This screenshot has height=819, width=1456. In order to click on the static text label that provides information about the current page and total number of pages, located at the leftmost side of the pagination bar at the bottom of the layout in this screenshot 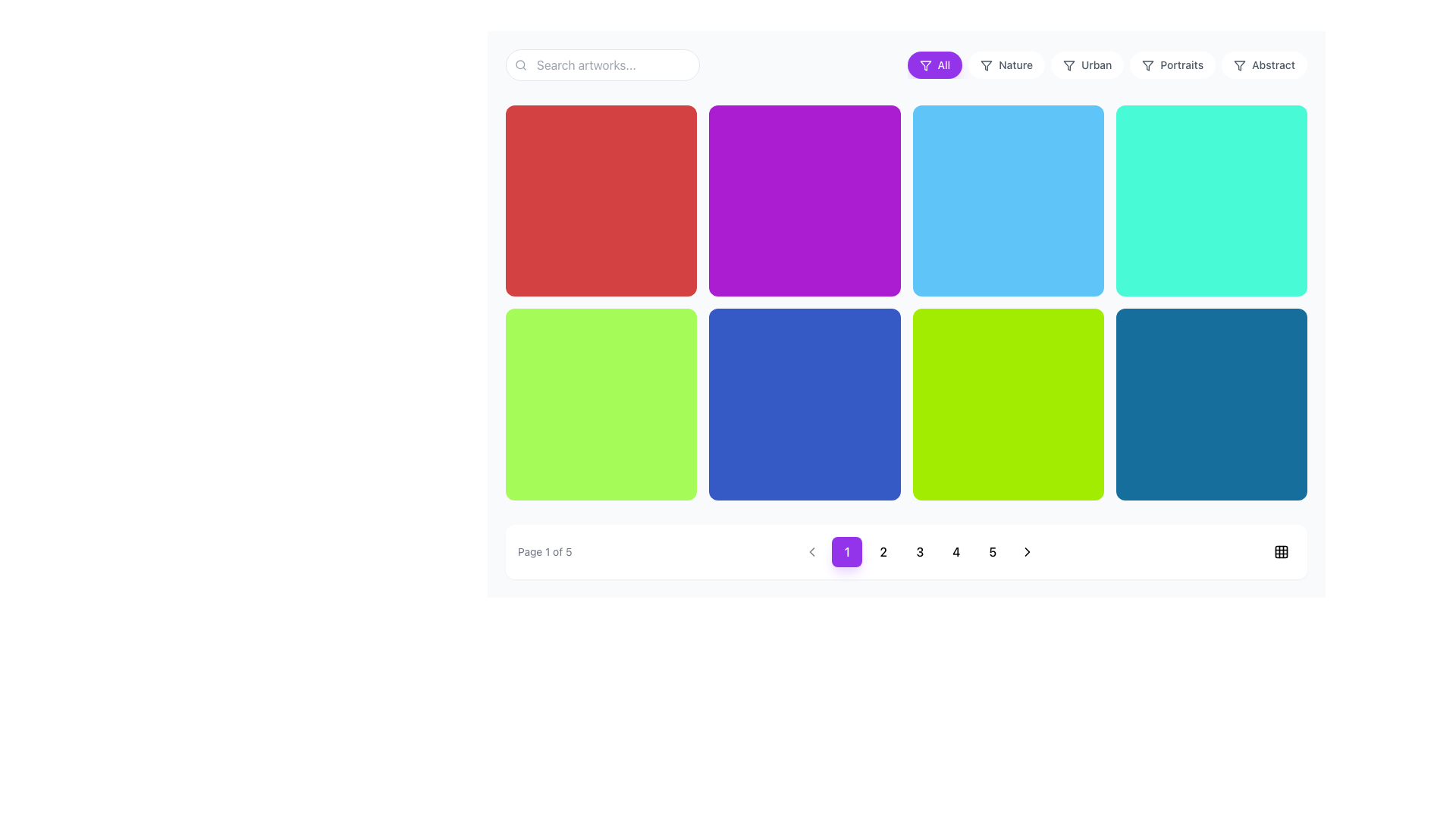, I will do `click(544, 551)`.